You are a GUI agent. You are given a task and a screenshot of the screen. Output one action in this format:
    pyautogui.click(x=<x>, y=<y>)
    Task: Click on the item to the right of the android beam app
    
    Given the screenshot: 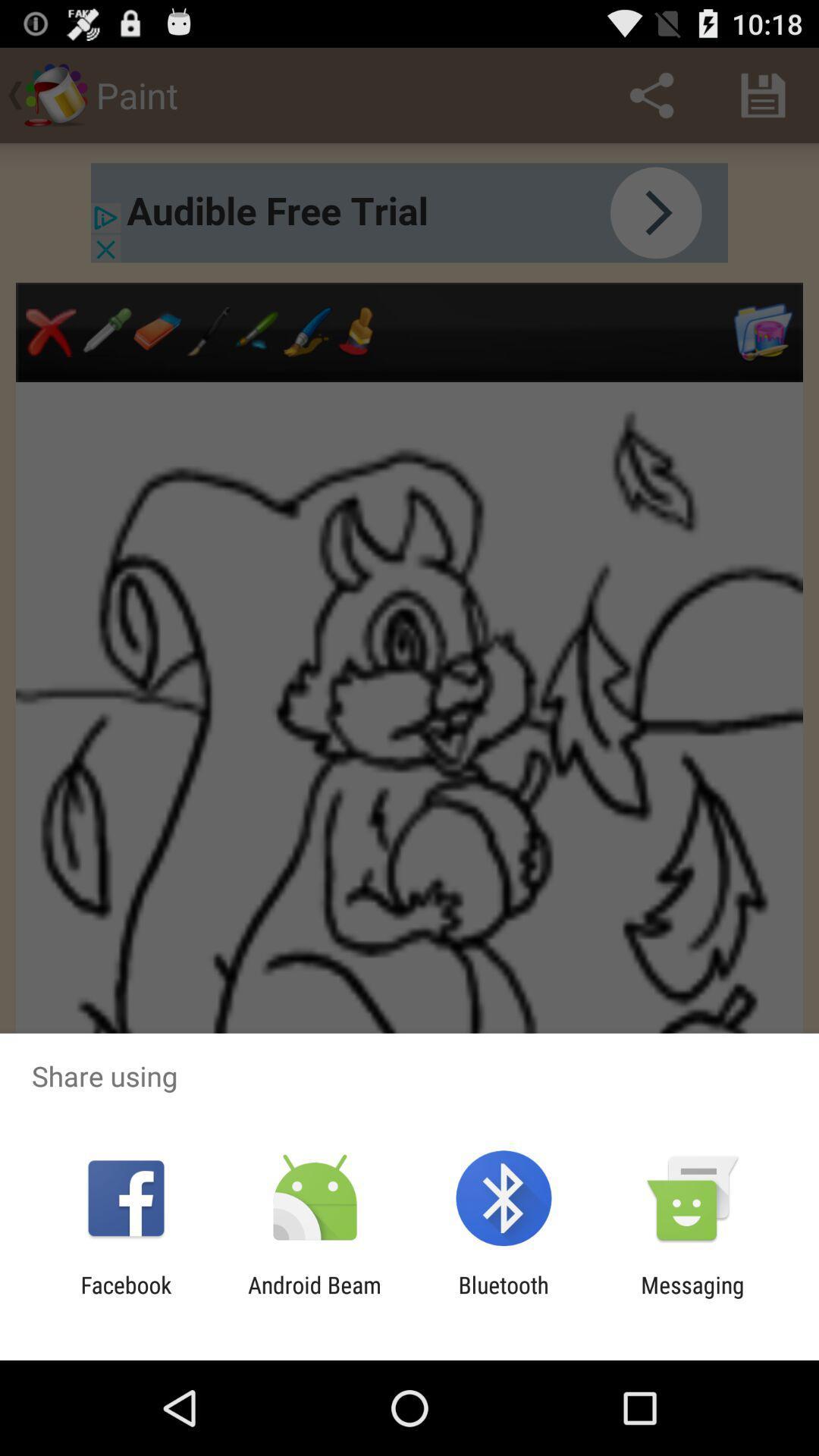 What is the action you would take?
    pyautogui.click(x=504, y=1298)
    